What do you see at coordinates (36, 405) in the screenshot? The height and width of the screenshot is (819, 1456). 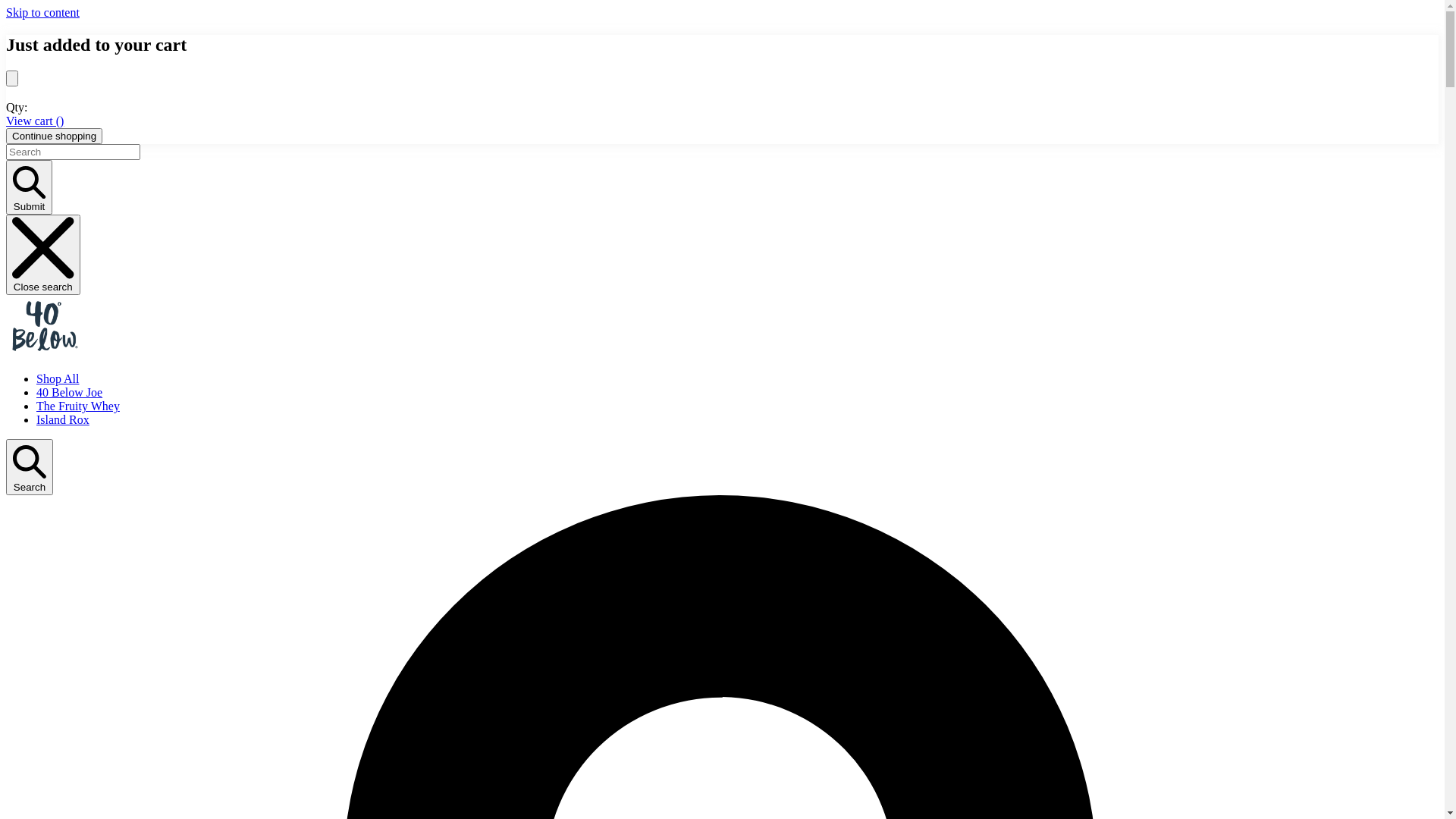 I see `'The Fruity Whey'` at bounding box center [36, 405].